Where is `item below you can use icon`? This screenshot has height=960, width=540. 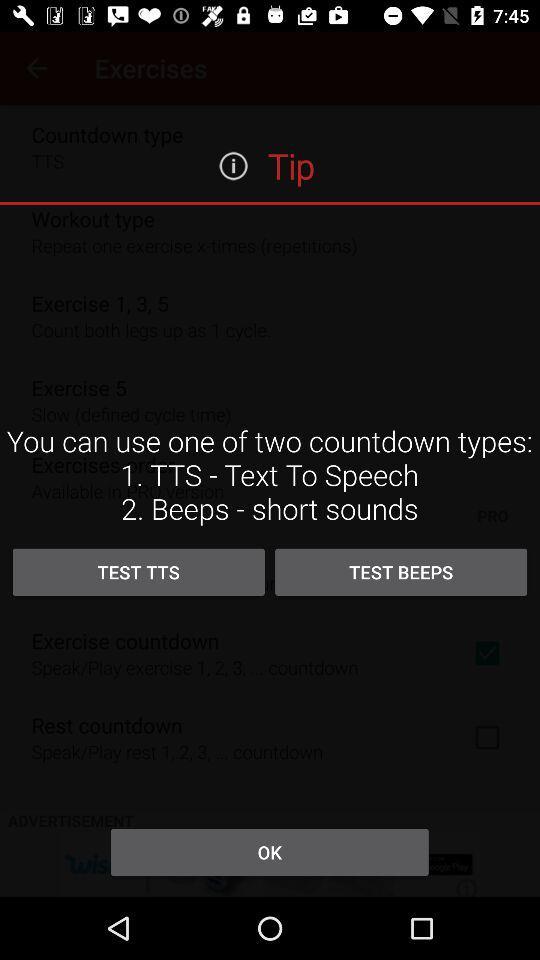 item below you can use icon is located at coordinates (137, 572).